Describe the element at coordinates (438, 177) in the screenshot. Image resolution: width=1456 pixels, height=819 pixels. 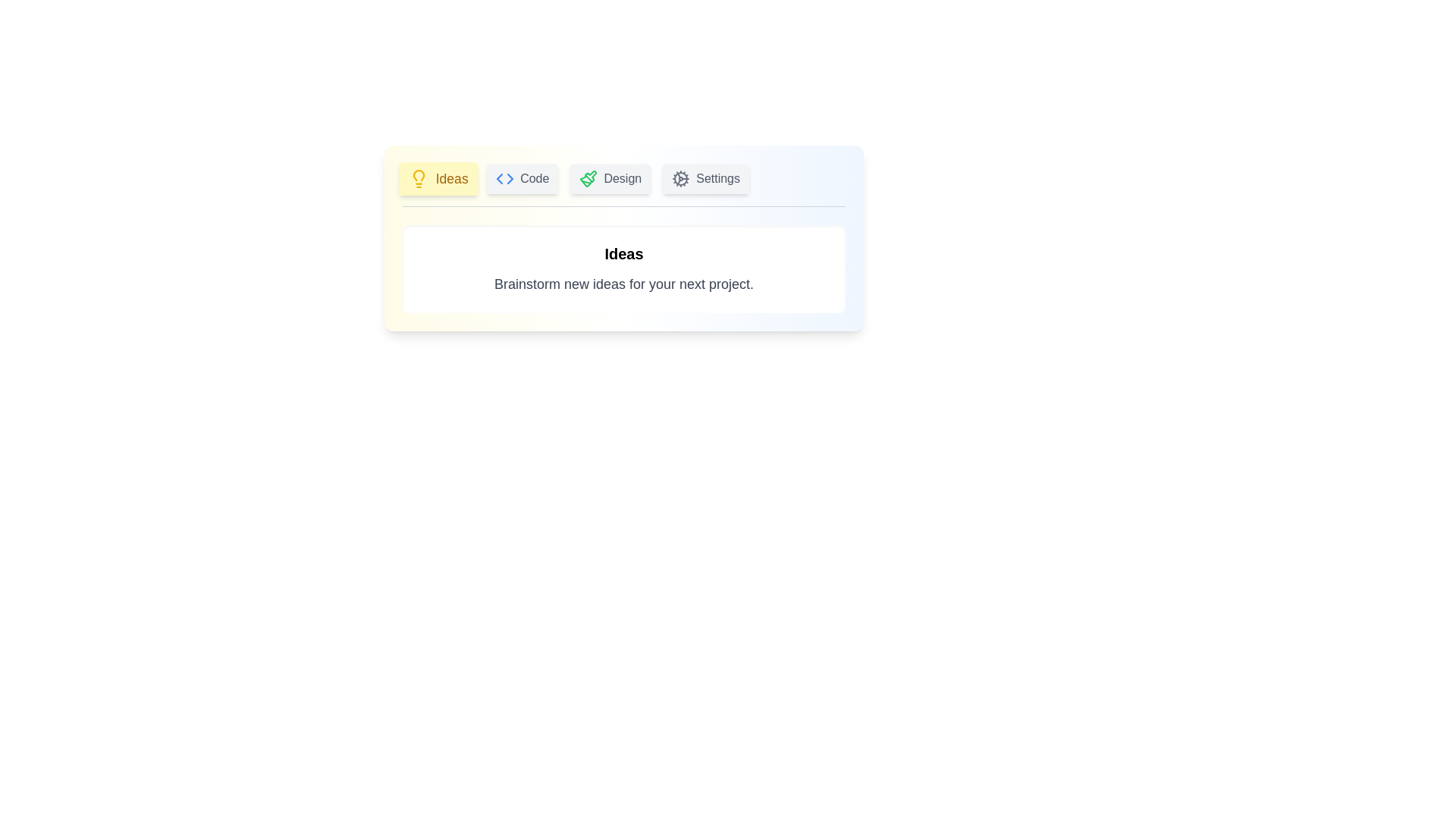
I see `the Ideas tab` at that location.